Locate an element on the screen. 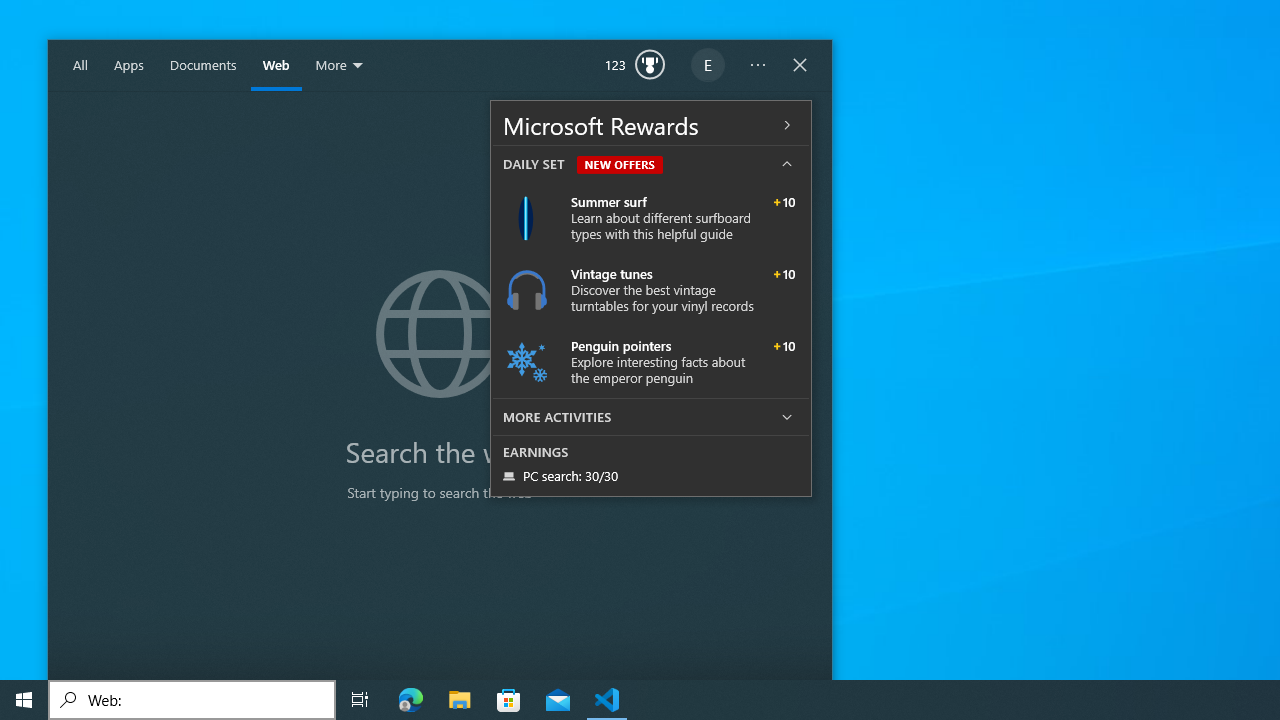  'Microsoft Rewards' is located at coordinates (650, 124).